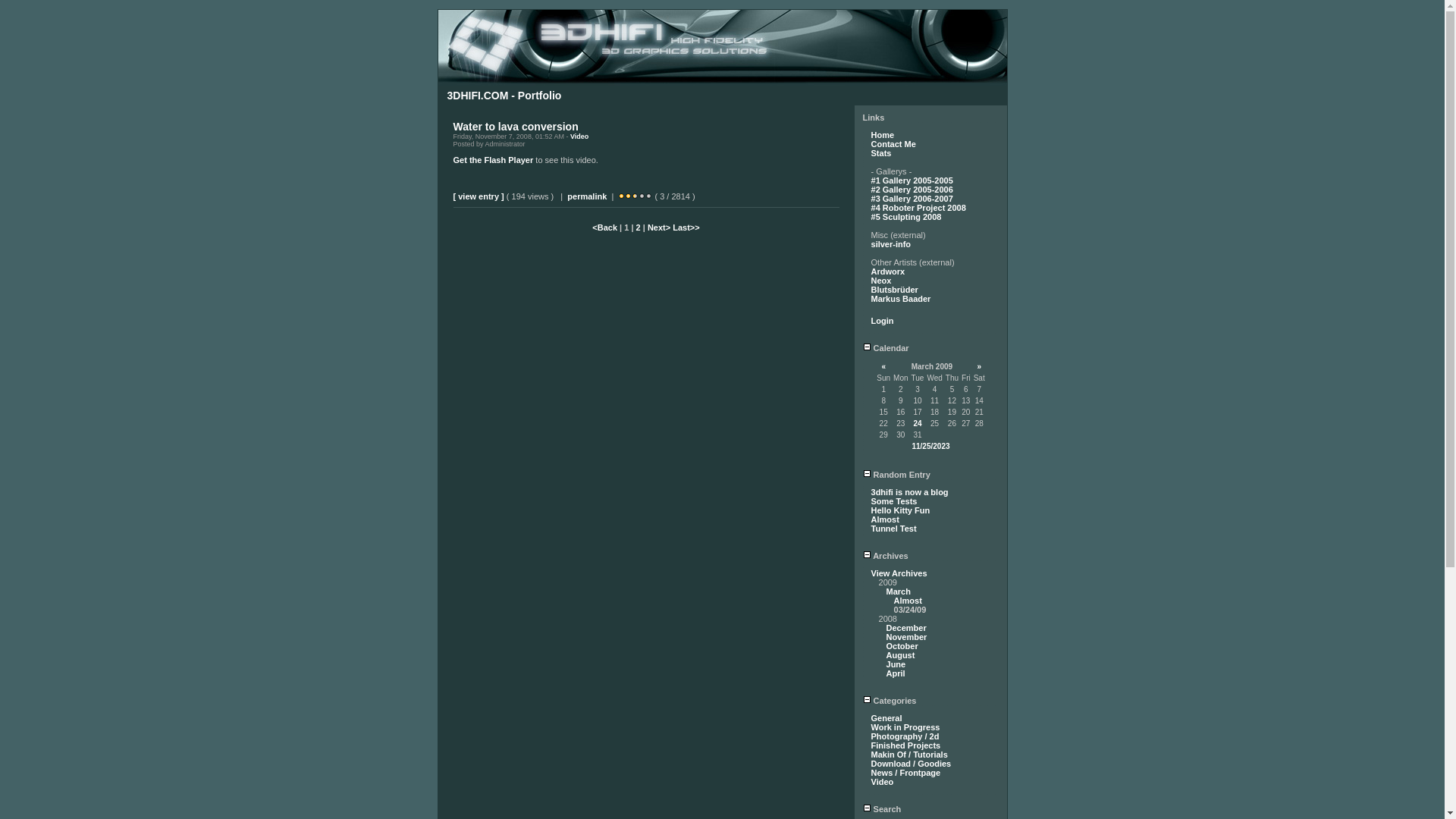 The height and width of the screenshot is (819, 1456). I want to click on '#1 Gallery 2005-2005', so click(912, 180).